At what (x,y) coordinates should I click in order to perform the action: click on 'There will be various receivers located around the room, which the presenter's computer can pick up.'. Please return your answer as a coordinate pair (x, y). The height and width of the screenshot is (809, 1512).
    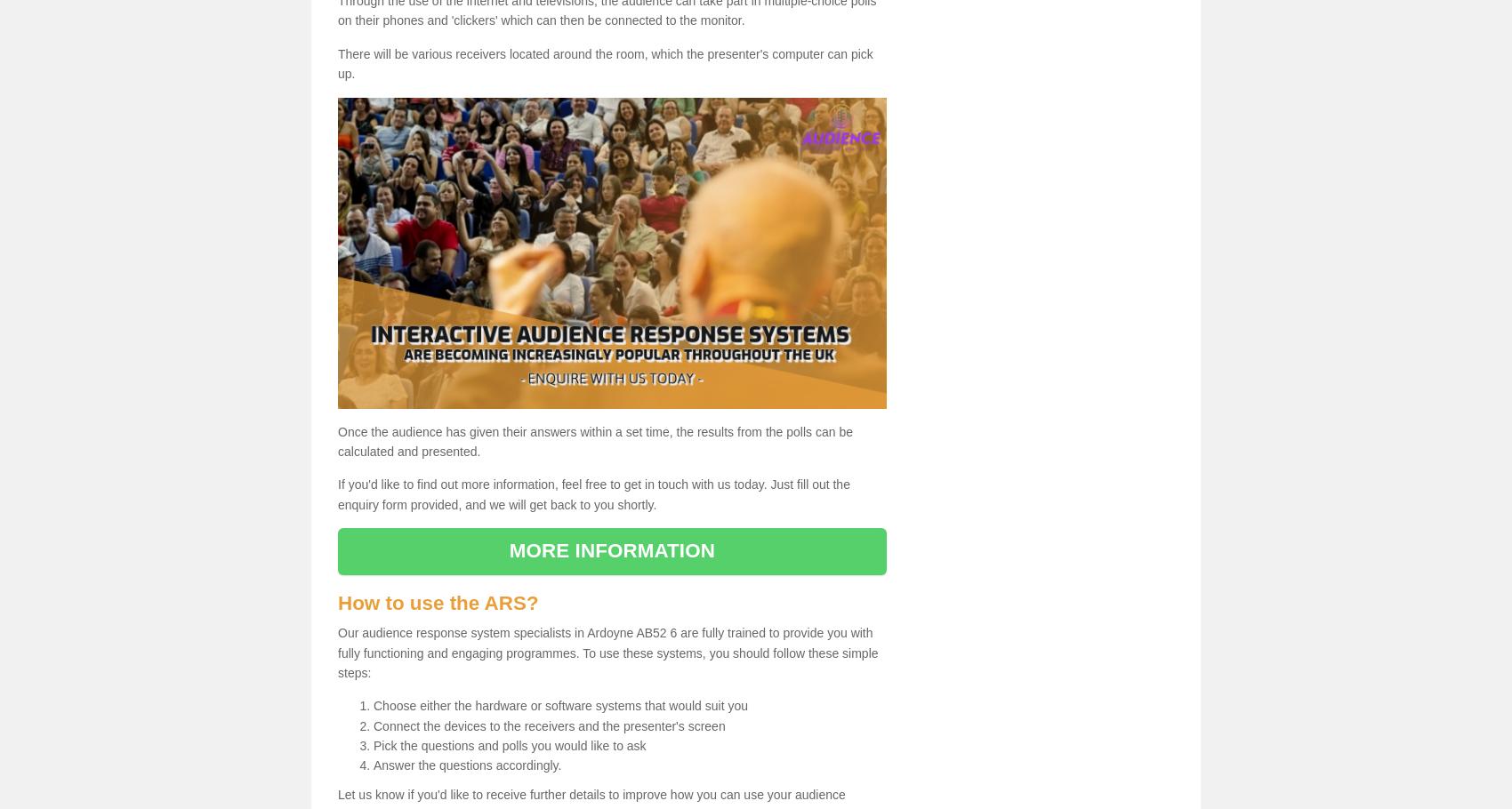
    Looking at the image, I should click on (605, 62).